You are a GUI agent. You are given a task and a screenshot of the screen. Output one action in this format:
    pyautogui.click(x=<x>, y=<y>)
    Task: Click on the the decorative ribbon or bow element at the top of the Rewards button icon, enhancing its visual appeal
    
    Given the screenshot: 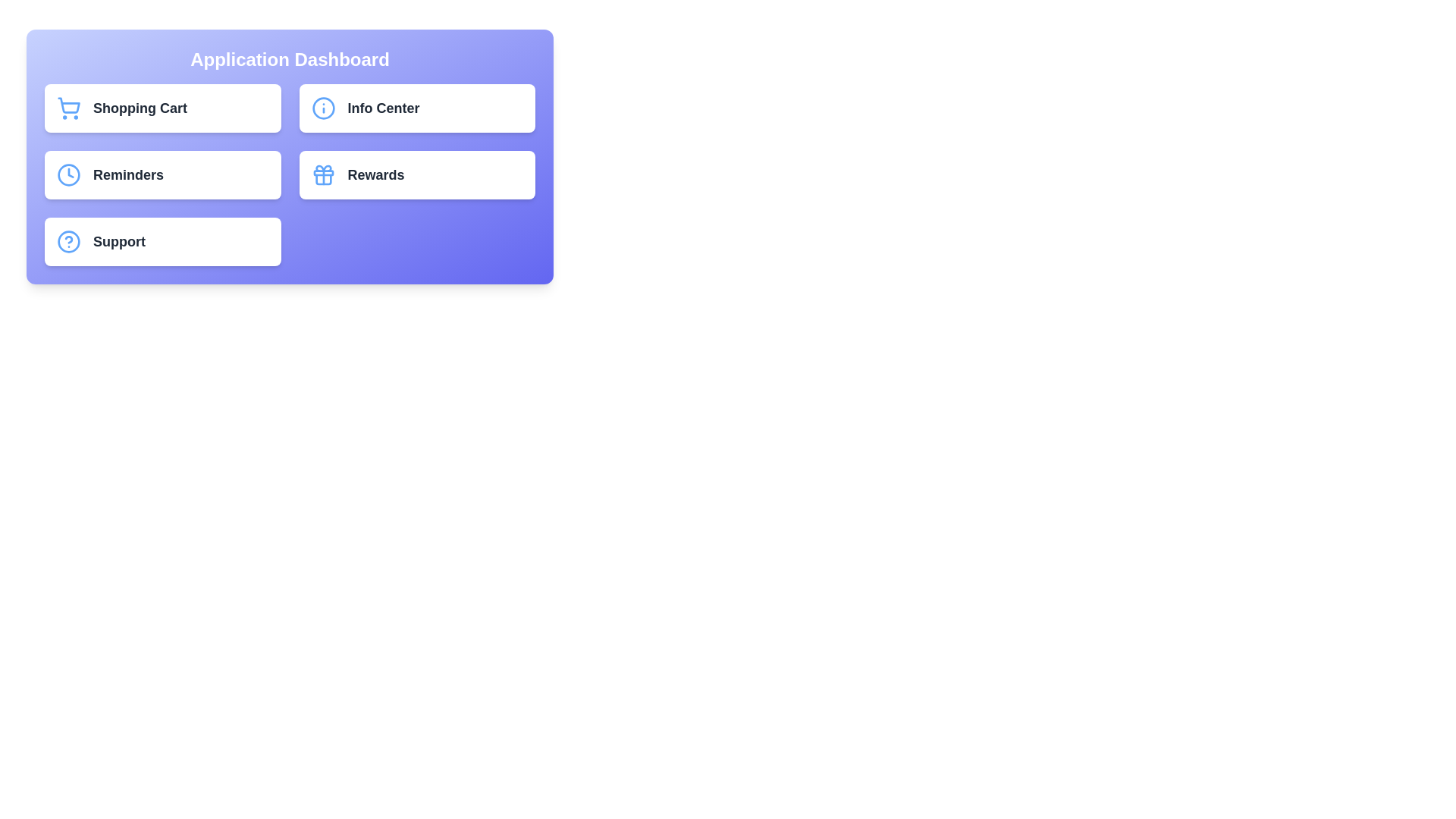 What is the action you would take?
    pyautogui.click(x=322, y=168)
    